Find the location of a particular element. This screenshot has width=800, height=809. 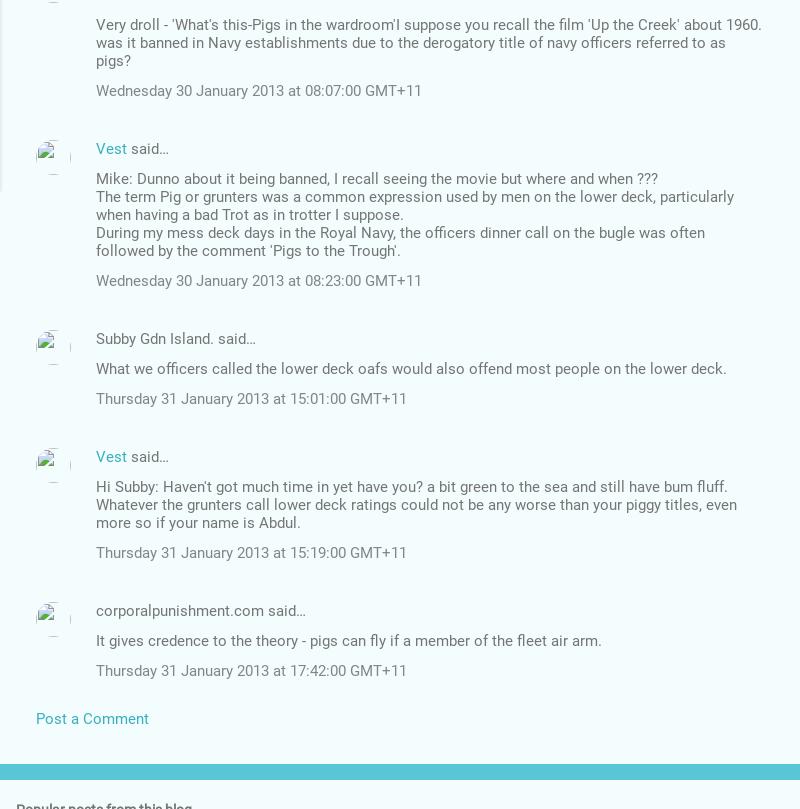

'Post a Comment' is located at coordinates (92, 716).